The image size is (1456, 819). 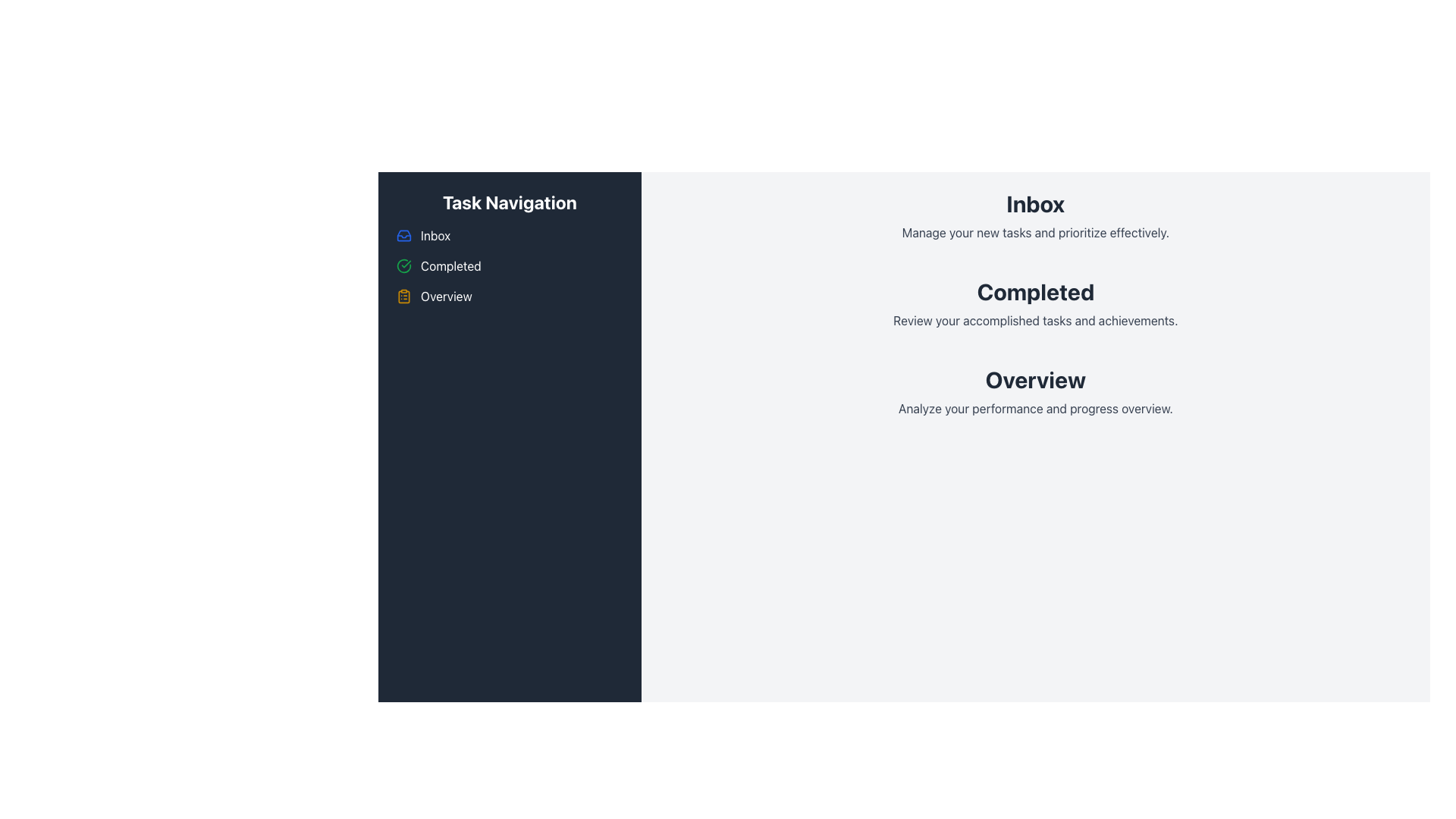 I want to click on the instructional text located directly below the 'Inbox' header in the right-side content area, which provides guidance on task management and prioritization, so click(x=1034, y=233).